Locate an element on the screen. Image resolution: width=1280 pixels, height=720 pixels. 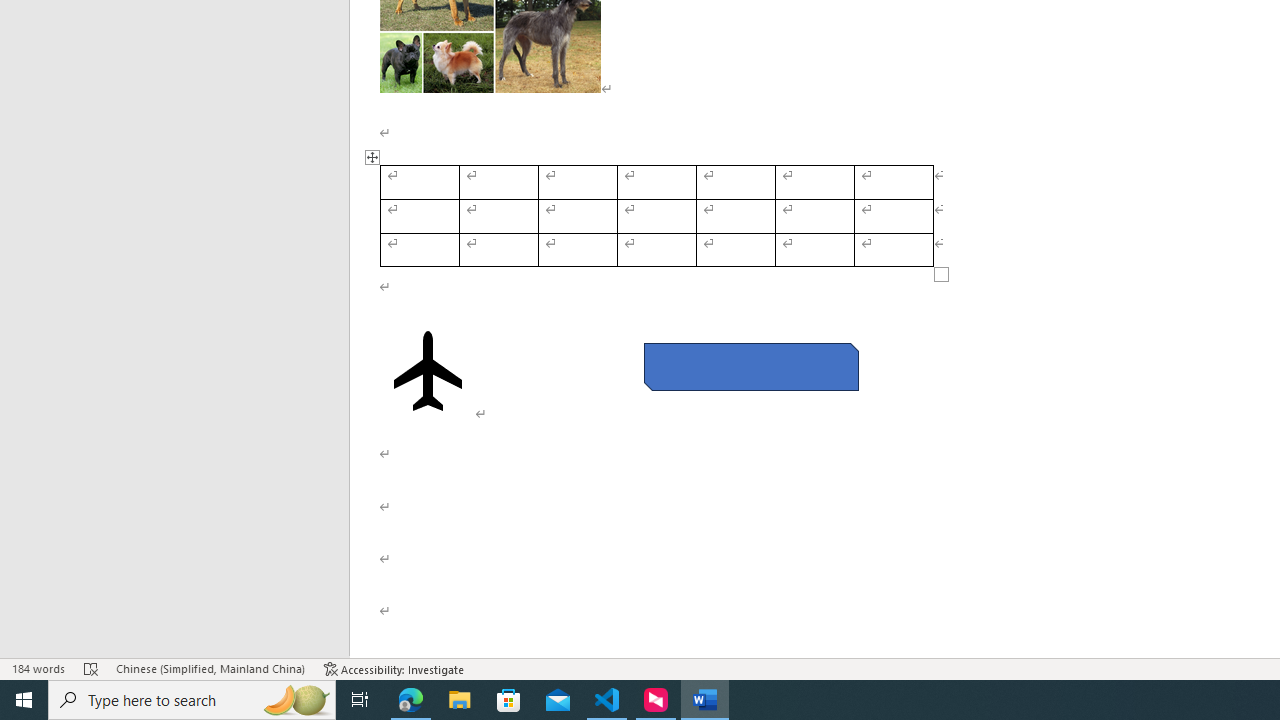
'Visual Studio Code - 1 running window' is located at coordinates (606, 698).